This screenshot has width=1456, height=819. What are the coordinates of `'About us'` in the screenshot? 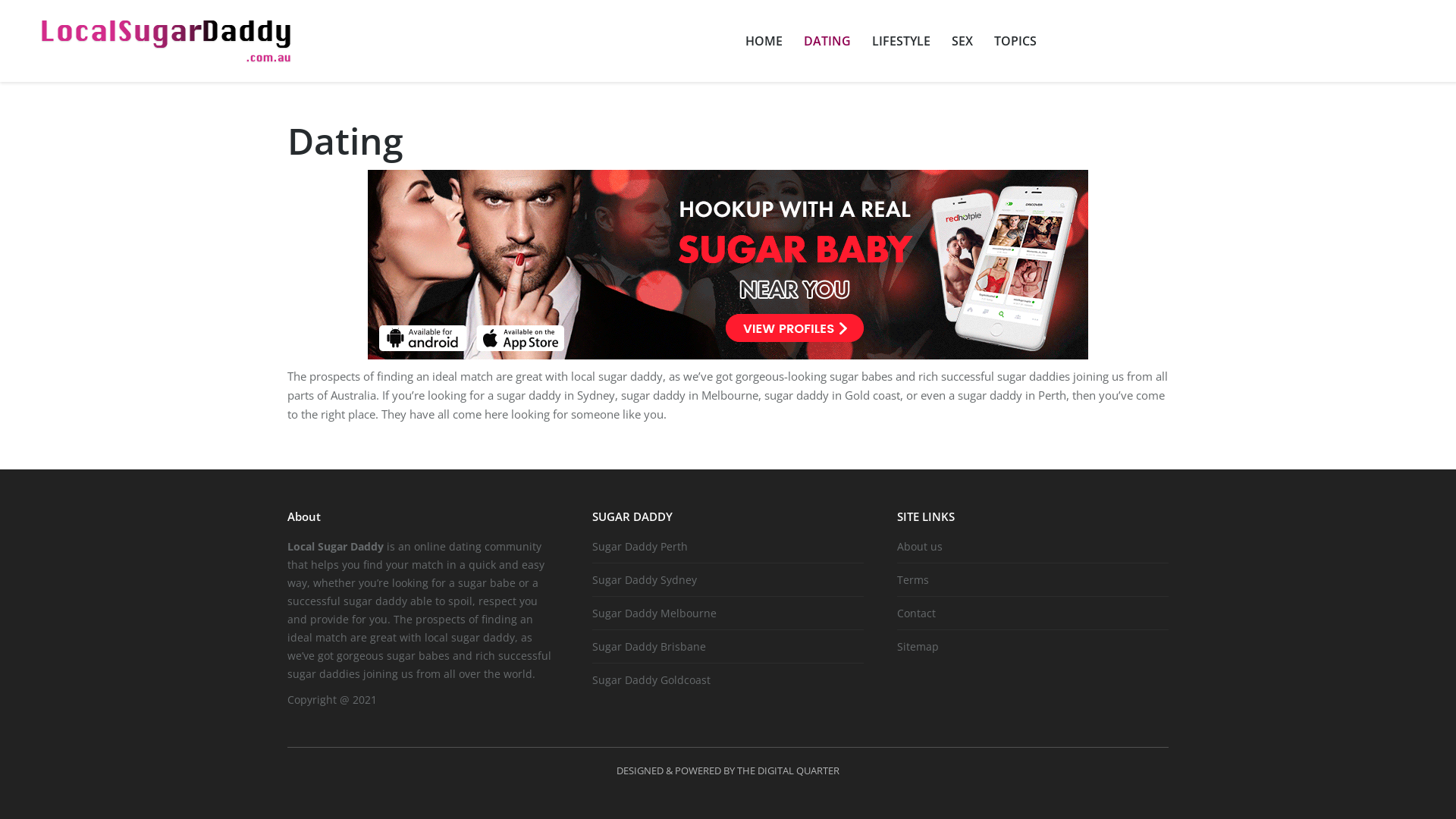 It's located at (924, 546).